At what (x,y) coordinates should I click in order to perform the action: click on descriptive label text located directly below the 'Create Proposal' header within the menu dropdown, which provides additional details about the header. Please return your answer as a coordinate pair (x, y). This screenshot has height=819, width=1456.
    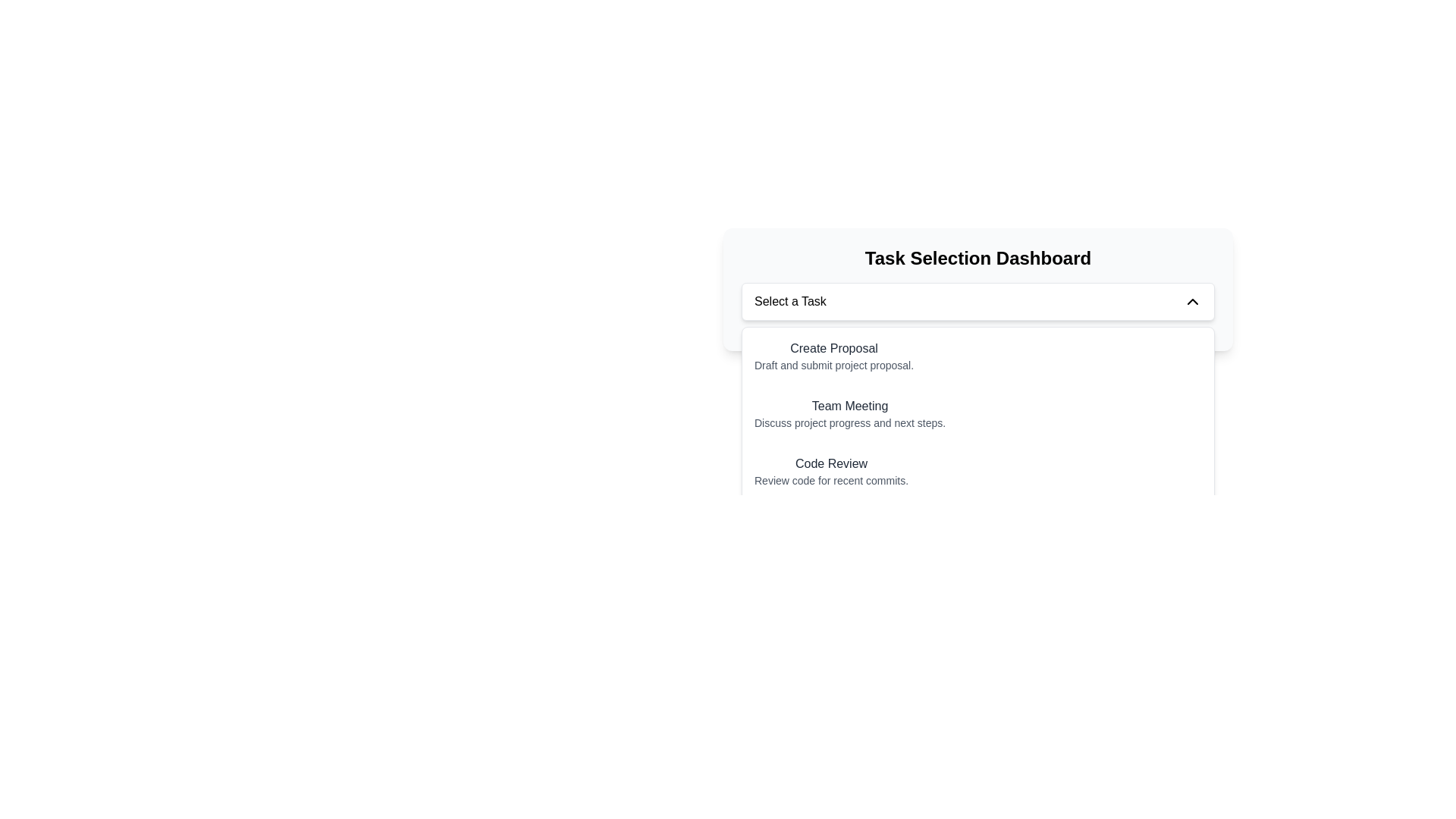
    Looking at the image, I should click on (833, 366).